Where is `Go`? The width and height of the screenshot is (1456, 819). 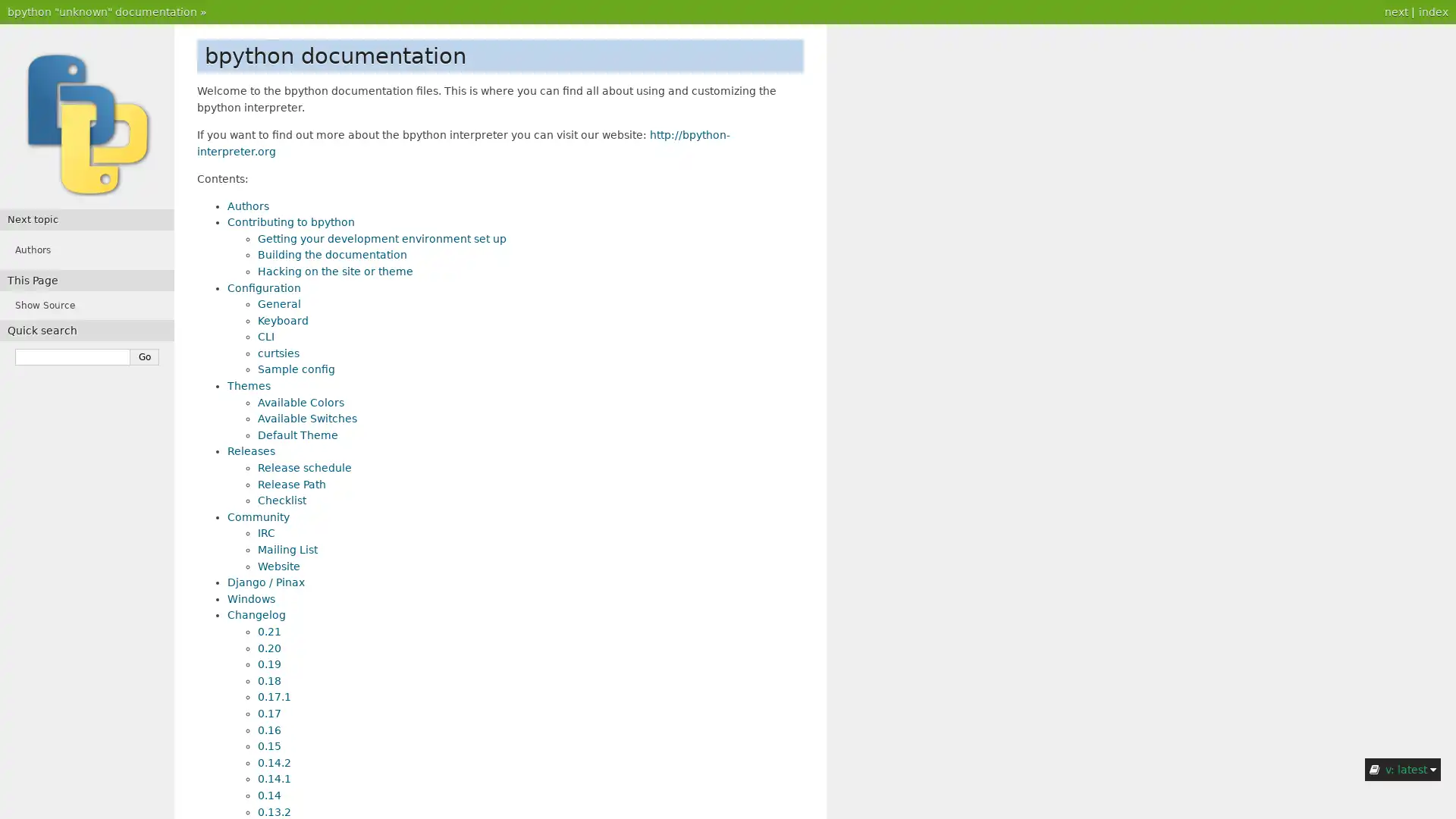 Go is located at coordinates (145, 356).